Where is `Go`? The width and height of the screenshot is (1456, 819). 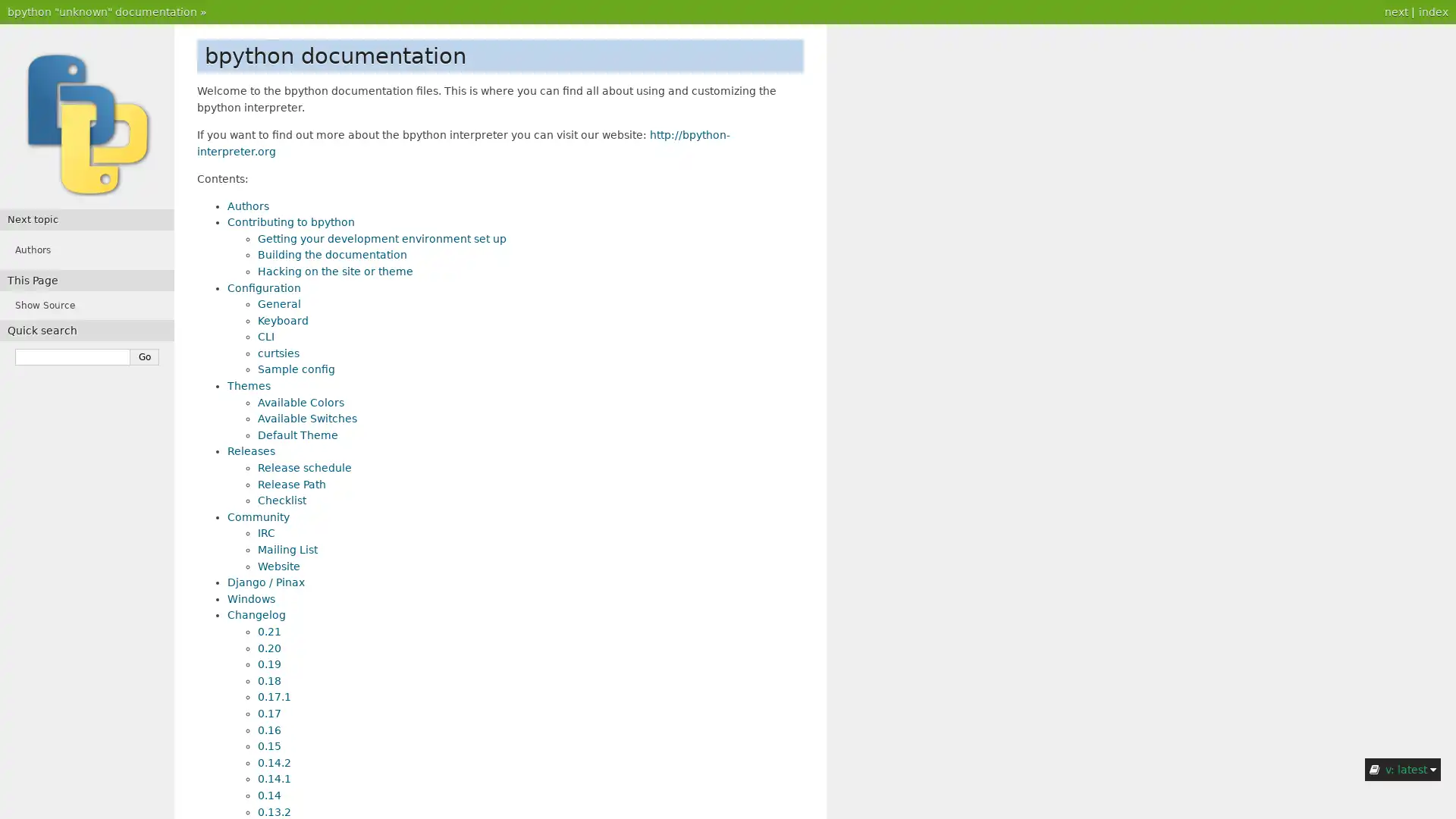 Go is located at coordinates (145, 356).